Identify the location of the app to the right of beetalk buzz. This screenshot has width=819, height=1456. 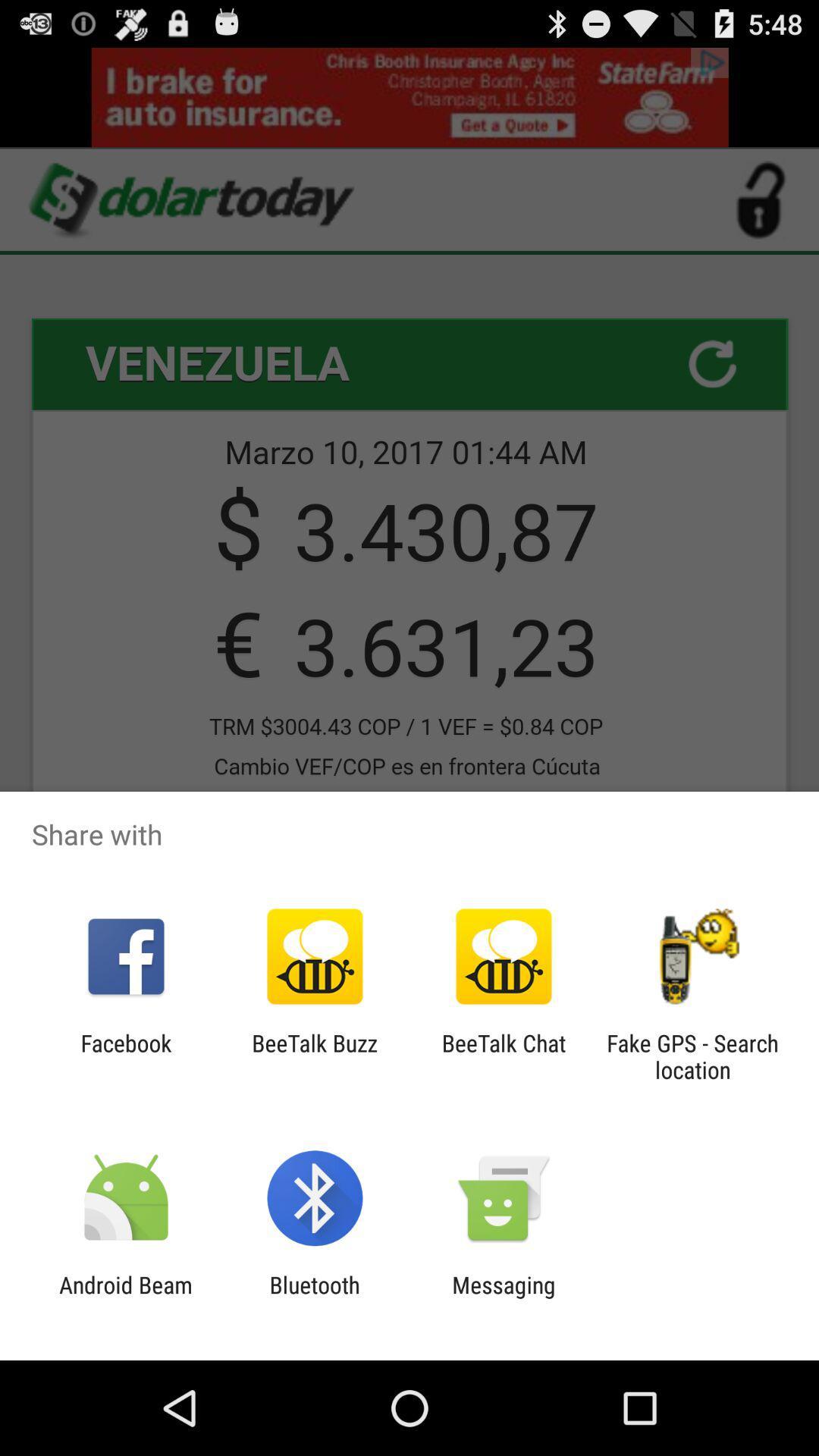
(504, 1056).